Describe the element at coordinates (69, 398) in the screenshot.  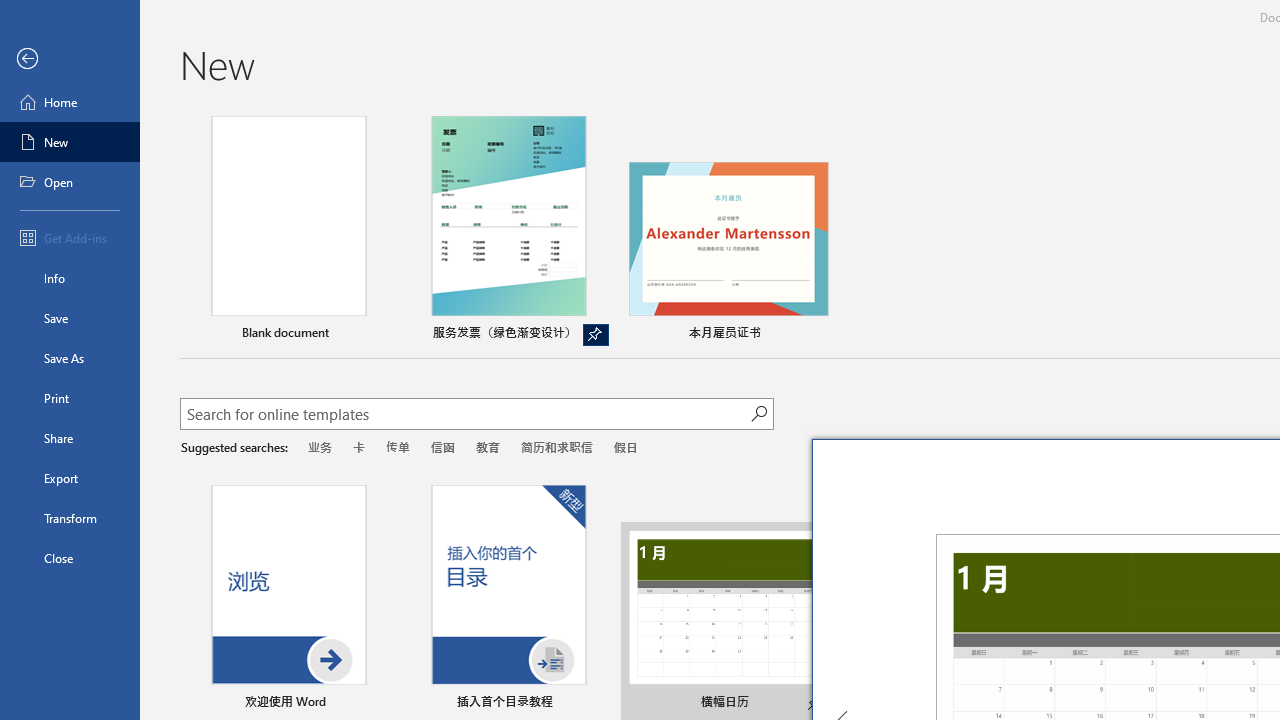
I see `'Print'` at that location.